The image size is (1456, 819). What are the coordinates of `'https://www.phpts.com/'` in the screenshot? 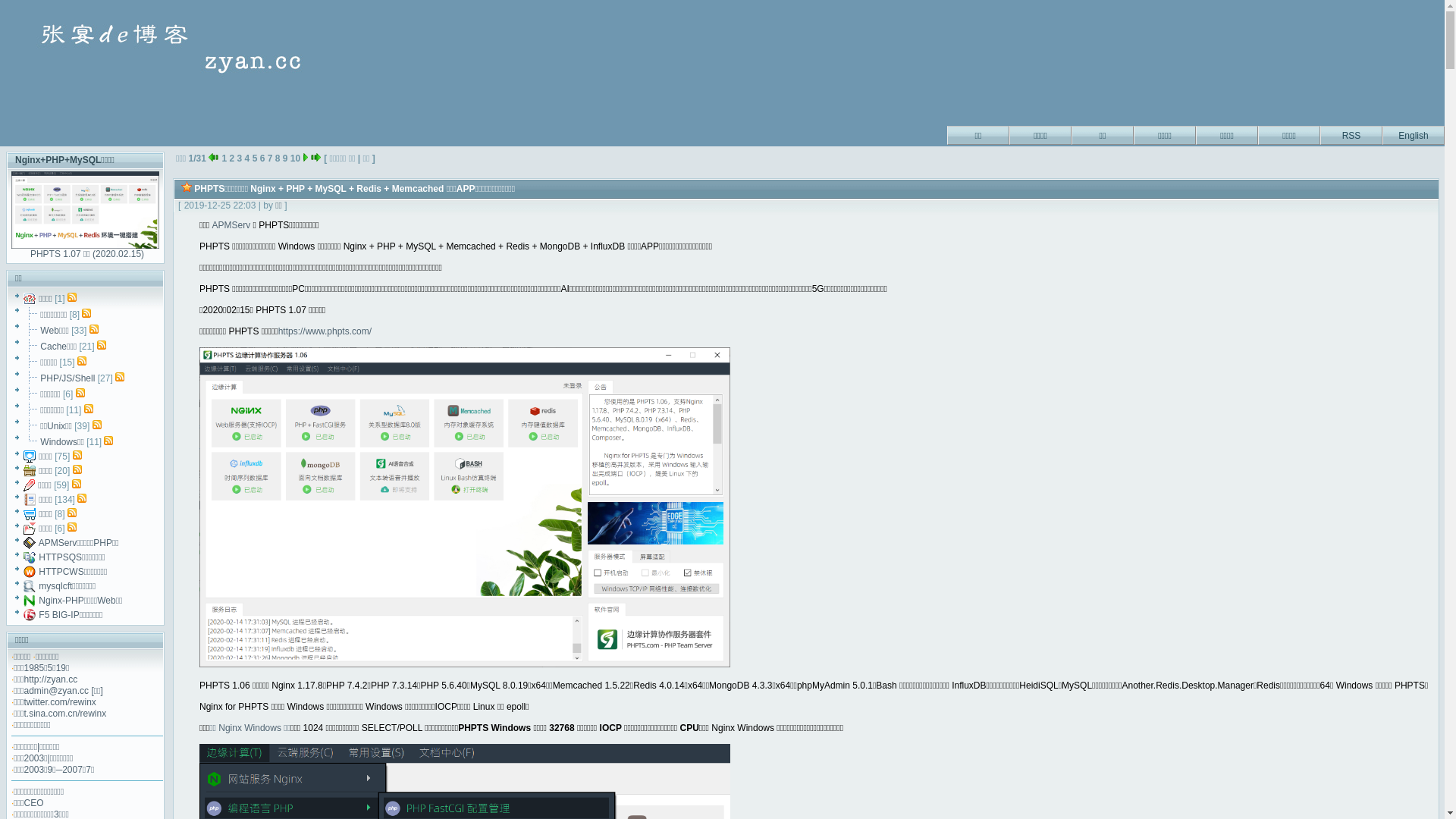 It's located at (324, 330).